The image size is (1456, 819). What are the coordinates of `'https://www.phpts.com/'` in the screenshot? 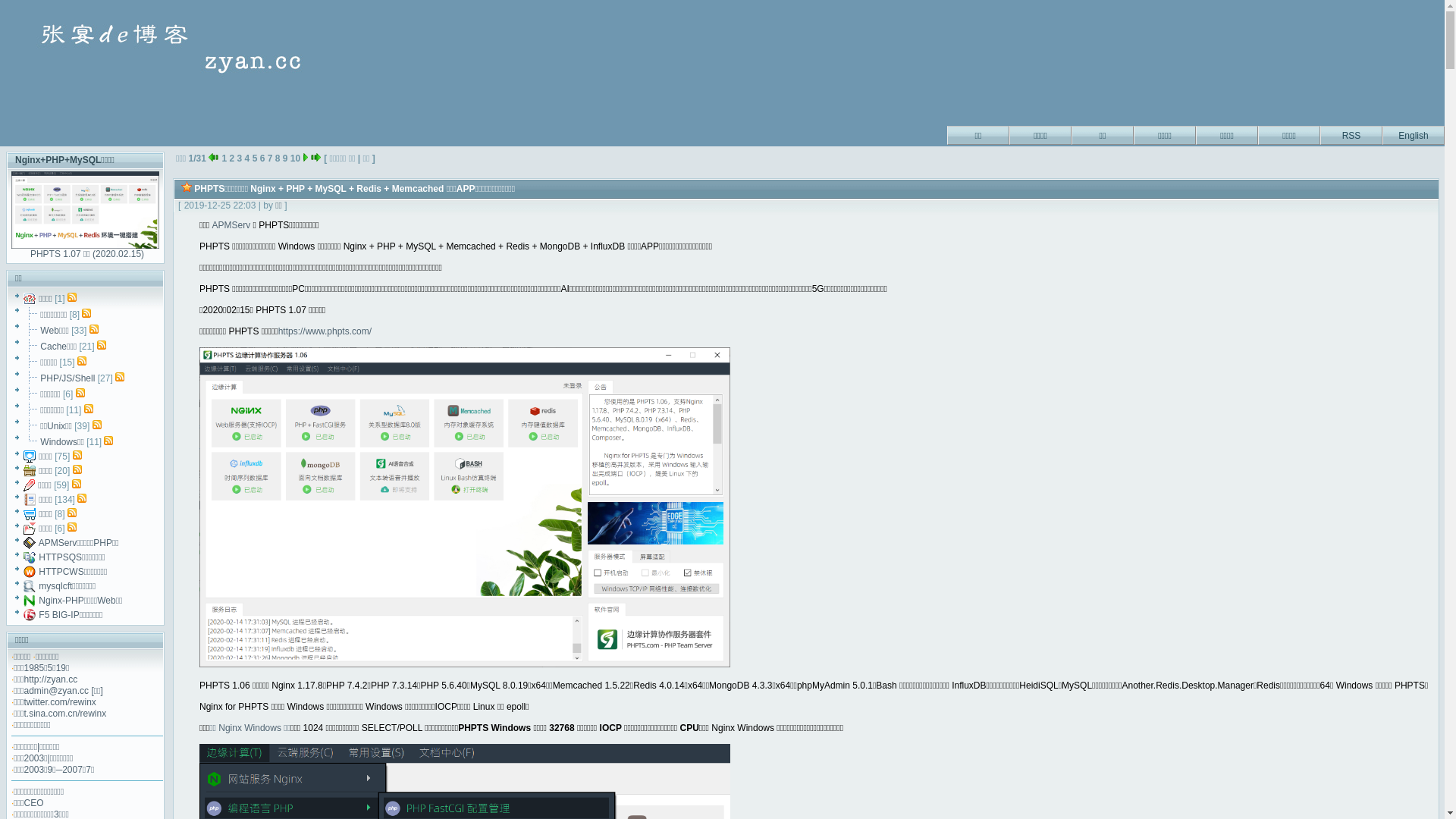 It's located at (324, 330).